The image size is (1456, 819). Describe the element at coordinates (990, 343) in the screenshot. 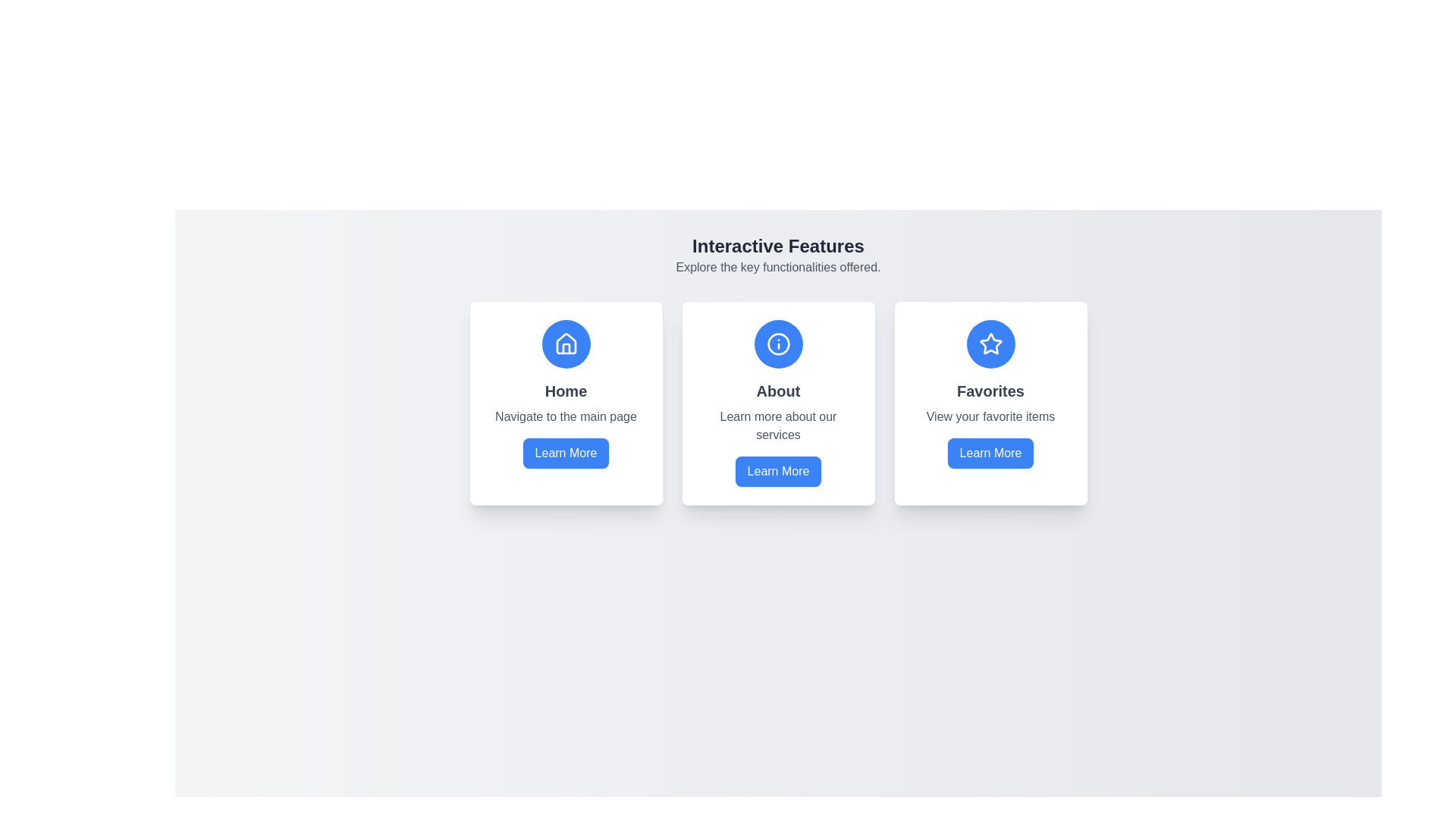

I see `the star icon located in the 'Favorites' card, which represents functionality for saving or accessing favorite items` at that location.